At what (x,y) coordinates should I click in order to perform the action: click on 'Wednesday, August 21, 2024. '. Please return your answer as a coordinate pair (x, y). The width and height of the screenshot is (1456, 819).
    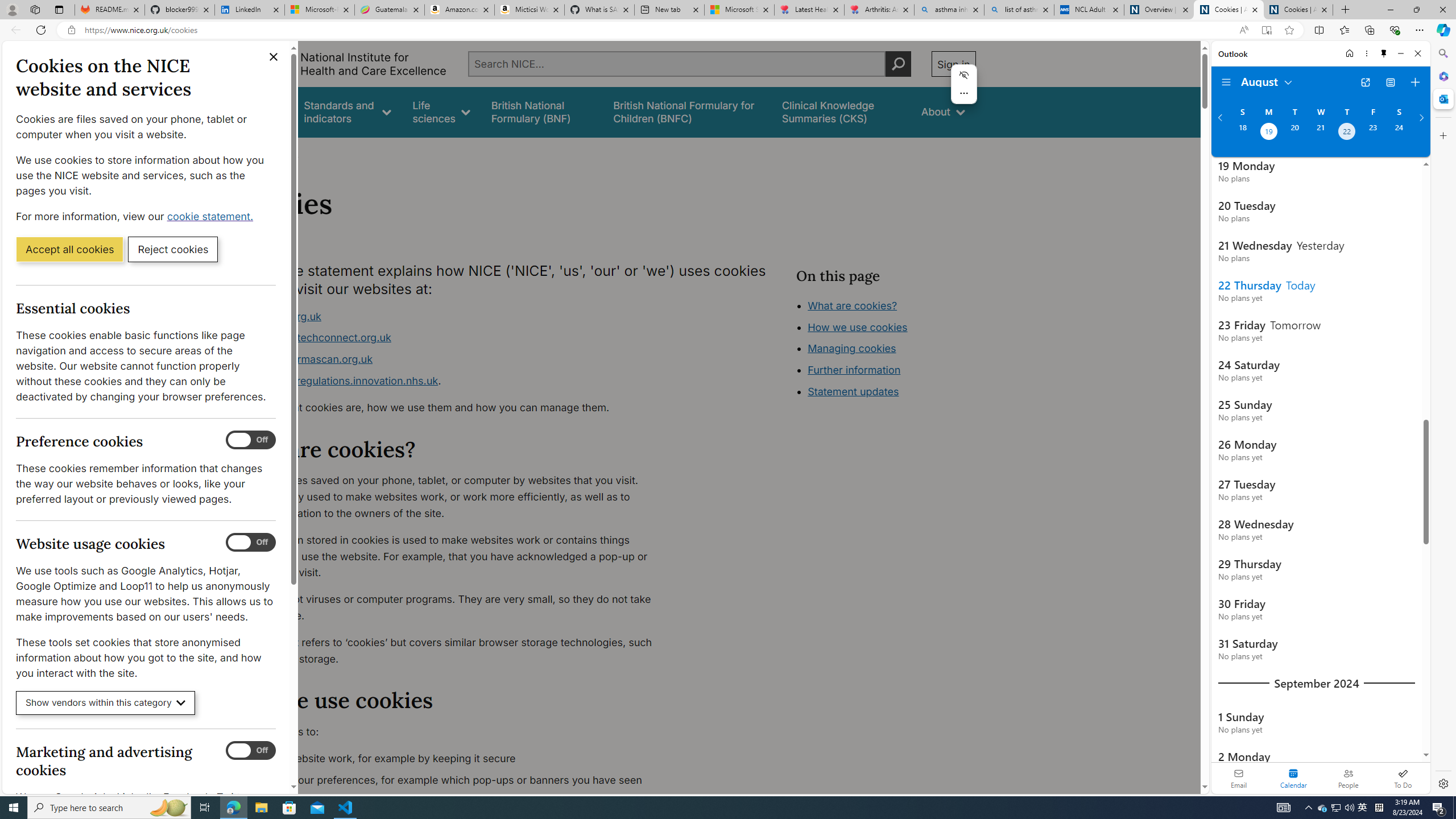
    Looking at the image, I should click on (1319, 133).